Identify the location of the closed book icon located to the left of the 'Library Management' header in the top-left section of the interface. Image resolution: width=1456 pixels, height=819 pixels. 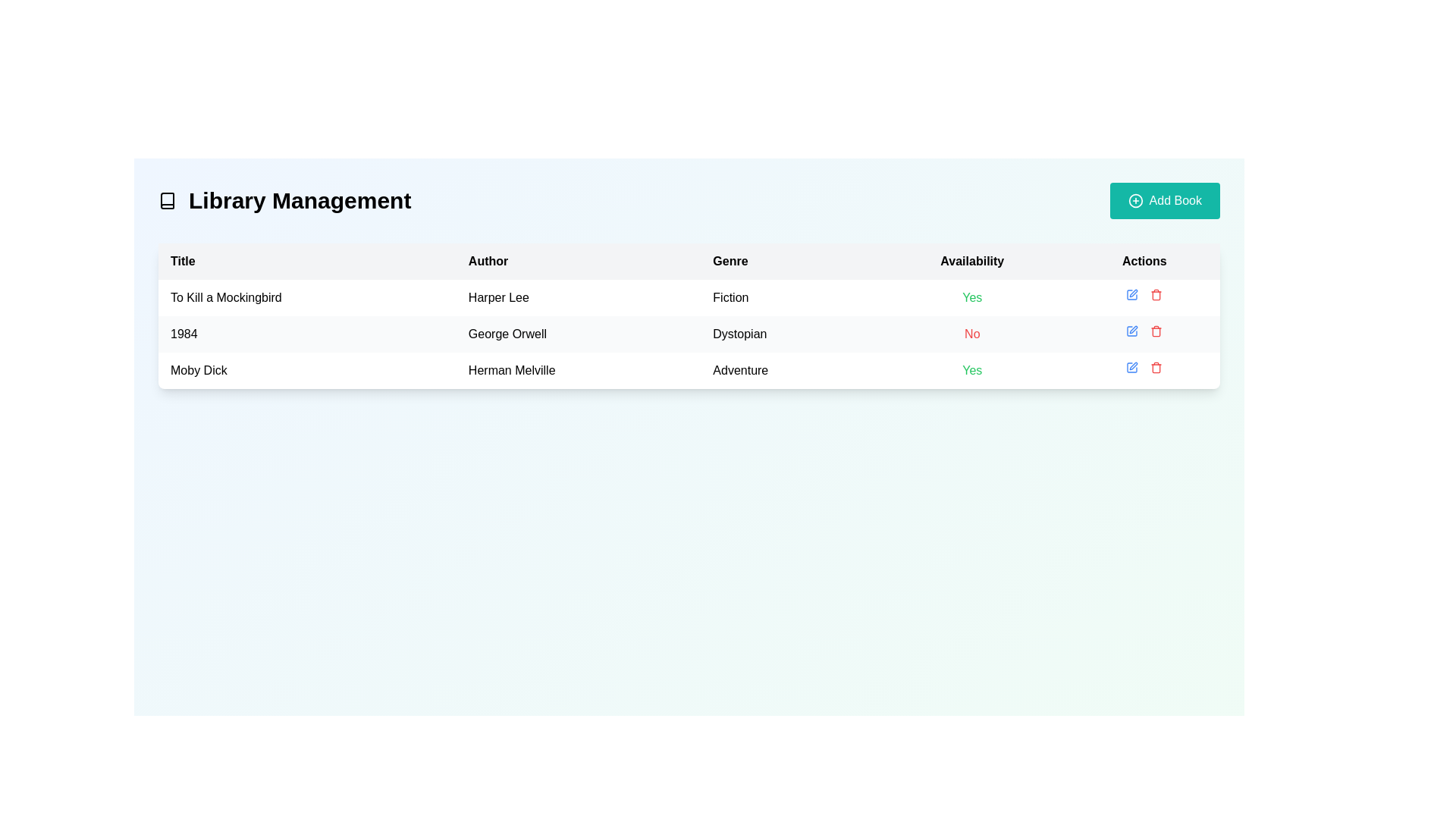
(167, 200).